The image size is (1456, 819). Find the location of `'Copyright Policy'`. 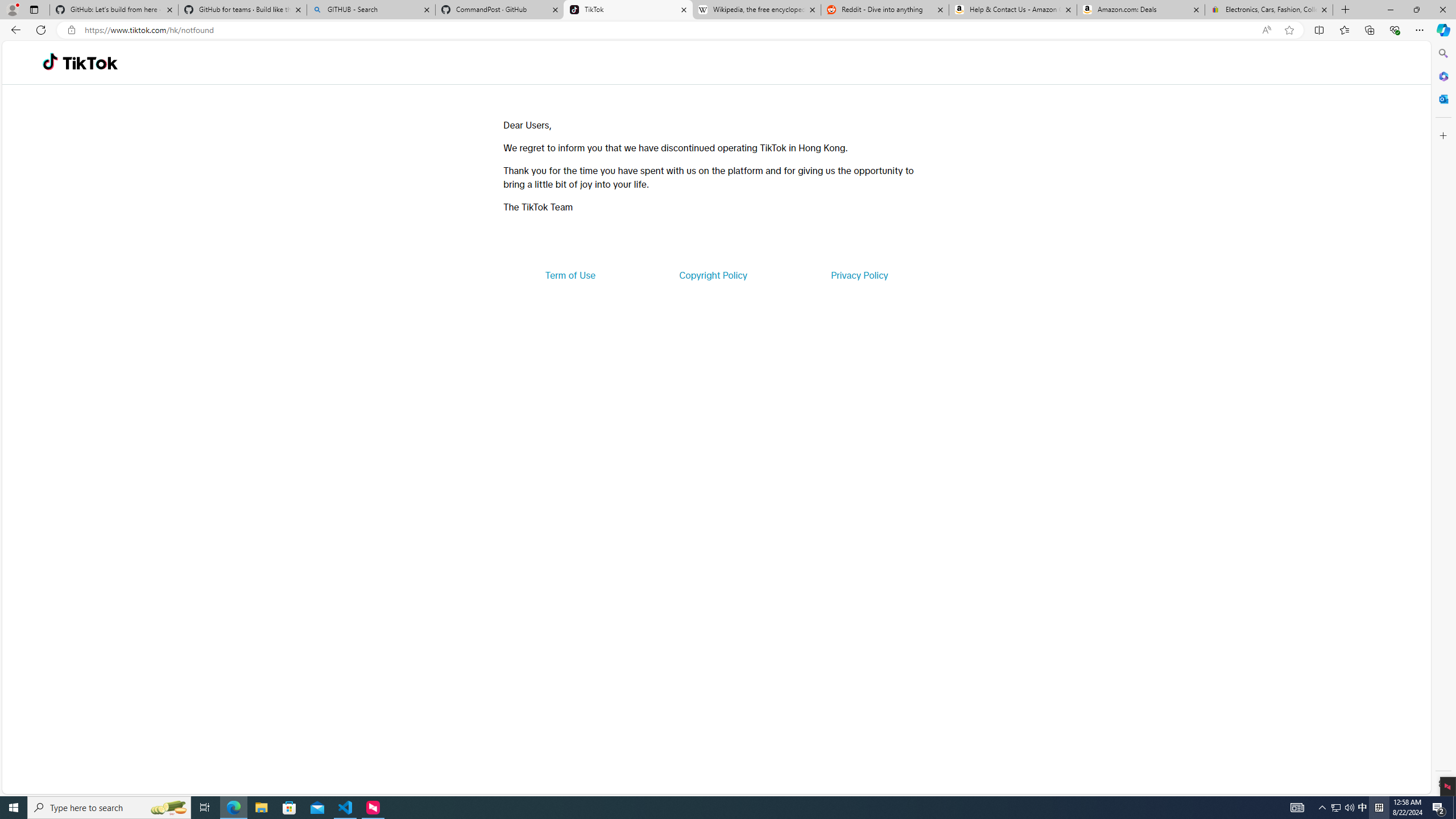

'Copyright Policy' is located at coordinates (712, 274).